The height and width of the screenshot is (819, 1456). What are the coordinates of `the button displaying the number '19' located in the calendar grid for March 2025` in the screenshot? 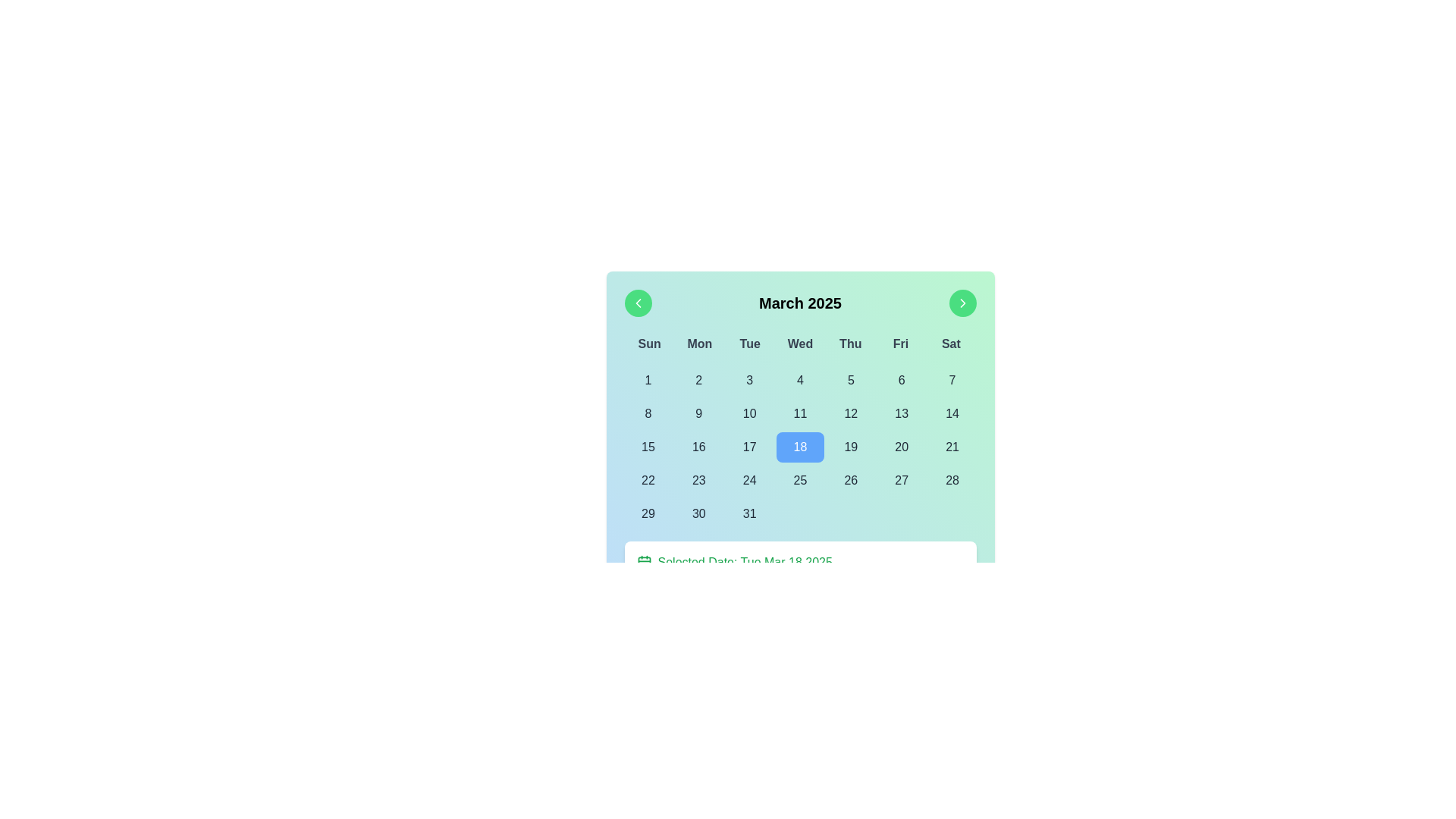 It's located at (851, 447).